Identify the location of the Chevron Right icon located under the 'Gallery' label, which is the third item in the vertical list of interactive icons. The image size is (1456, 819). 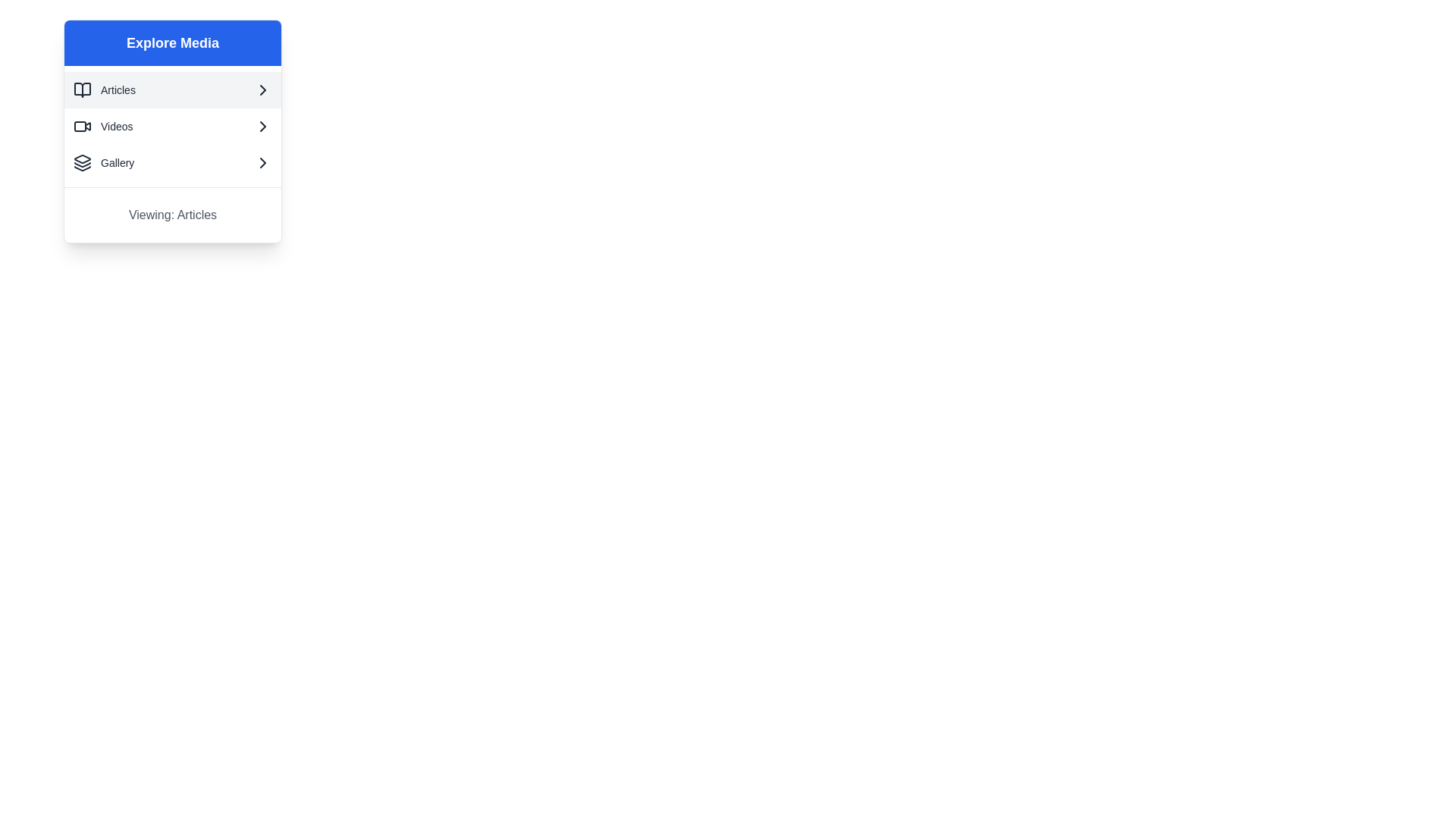
(262, 163).